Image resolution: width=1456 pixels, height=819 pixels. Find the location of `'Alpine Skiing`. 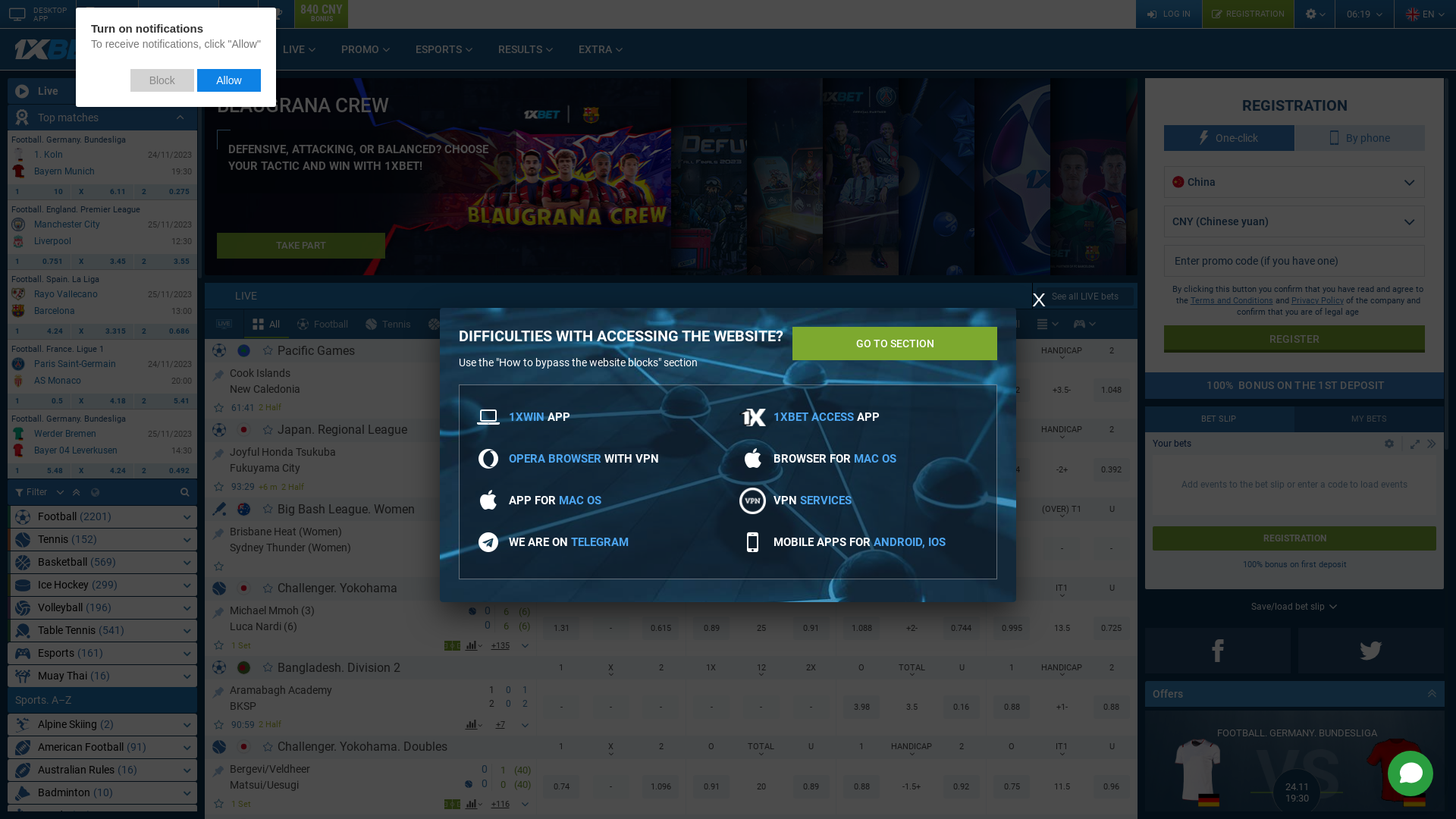

'Alpine Skiing is located at coordinates (101, 723).